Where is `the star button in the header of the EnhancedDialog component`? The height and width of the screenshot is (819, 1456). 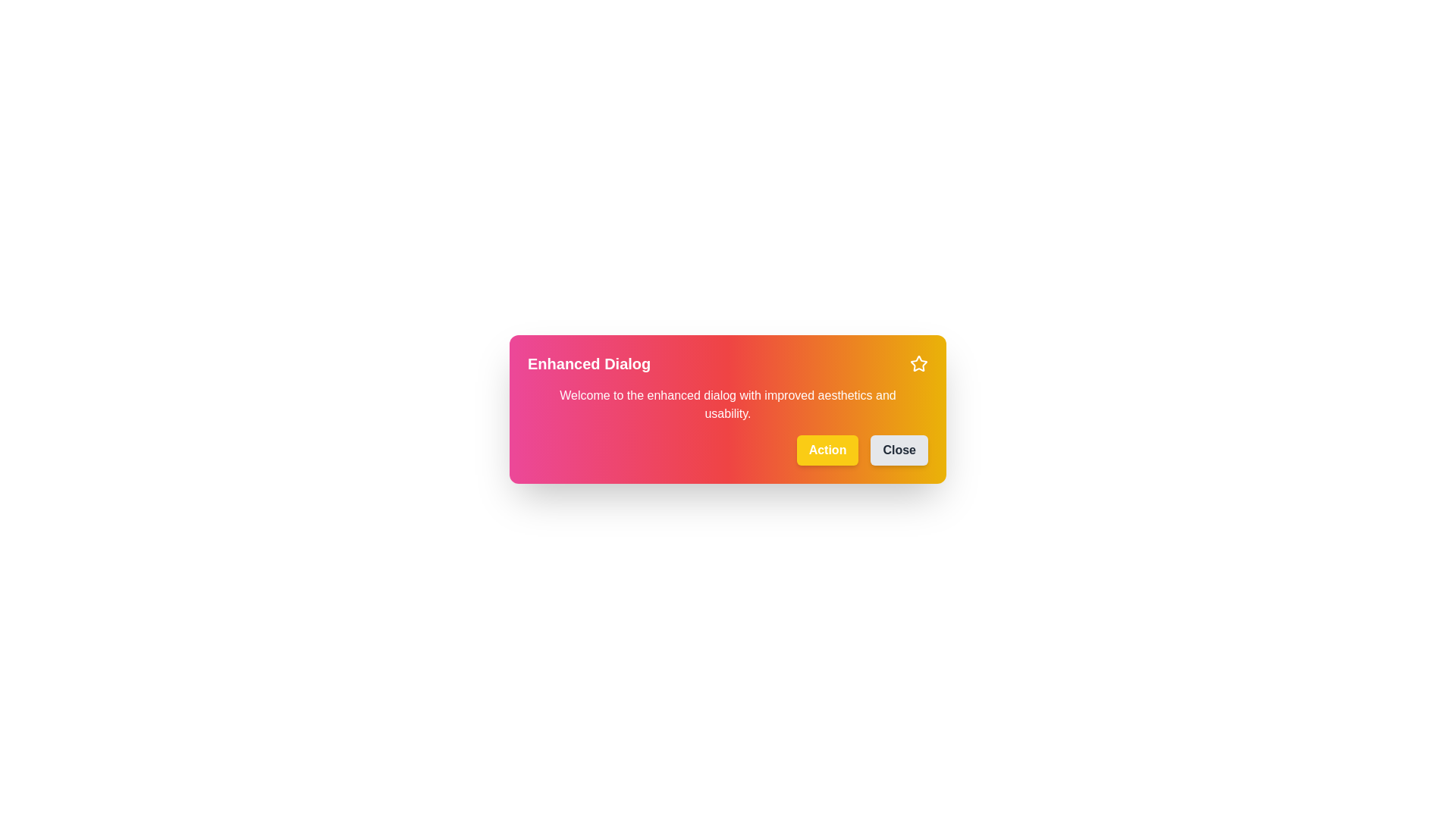
the star button in the header of the EnhancedDialog component is located at coordinates (918, 363).